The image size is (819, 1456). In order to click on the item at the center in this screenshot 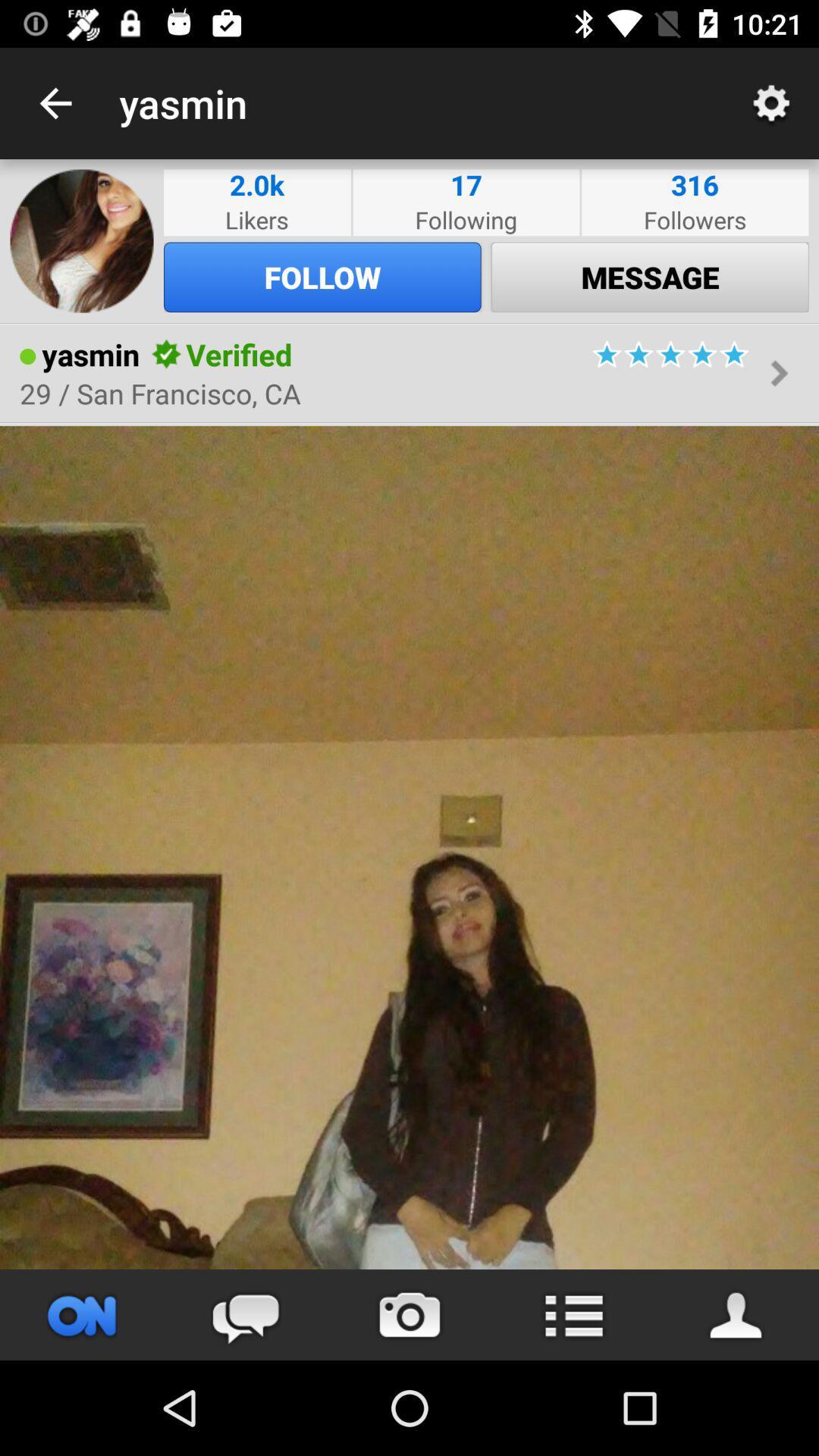, I will do `click(409, 846)`.